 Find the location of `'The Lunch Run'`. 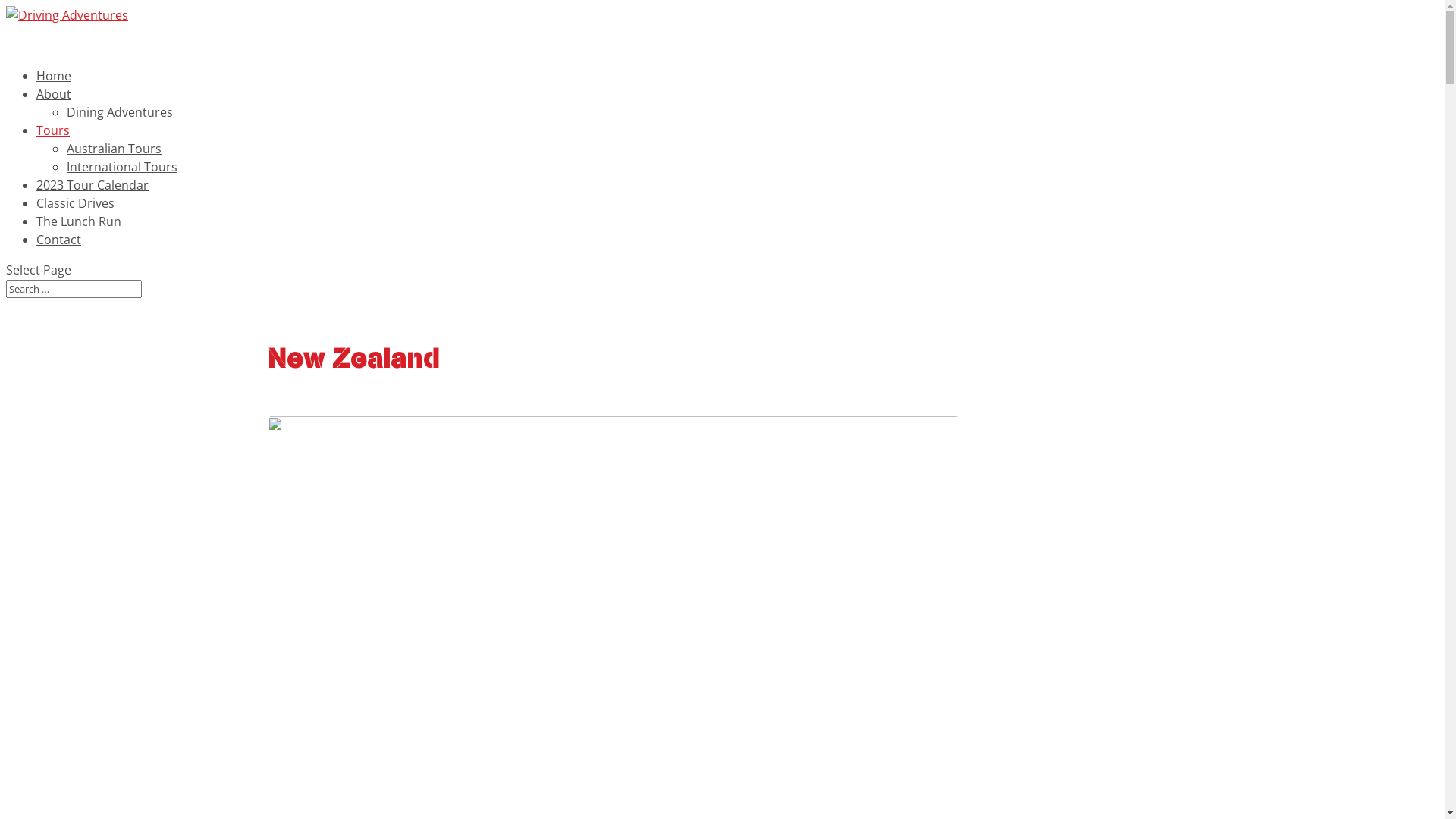

'The Lunch Run' is located at coordinates (36, 237).